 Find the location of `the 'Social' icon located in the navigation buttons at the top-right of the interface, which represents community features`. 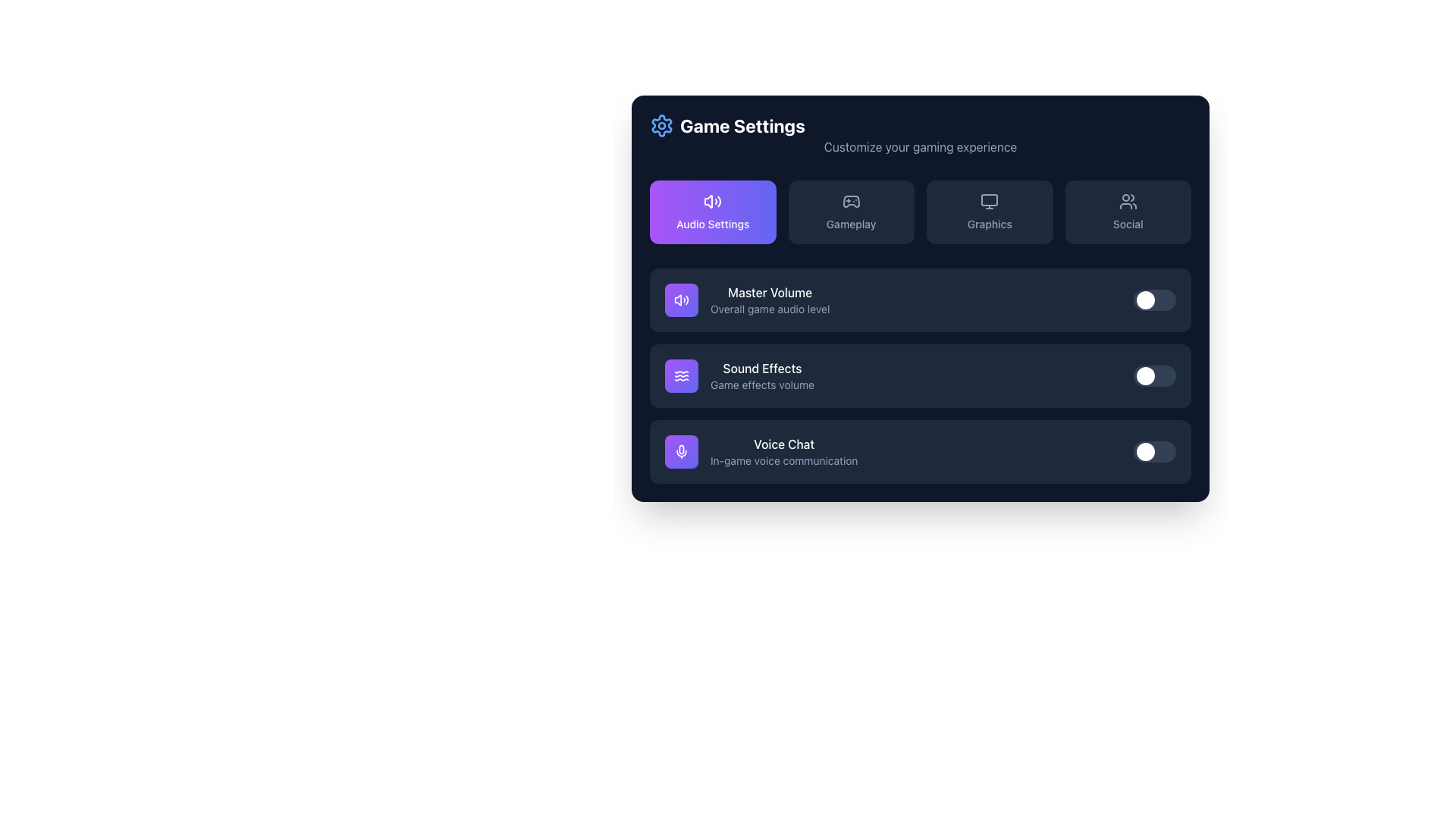

the 'Social' icon located in the navigation buttons at the top-right of the interface, which represents community features is located at coordinates (1128, 201).